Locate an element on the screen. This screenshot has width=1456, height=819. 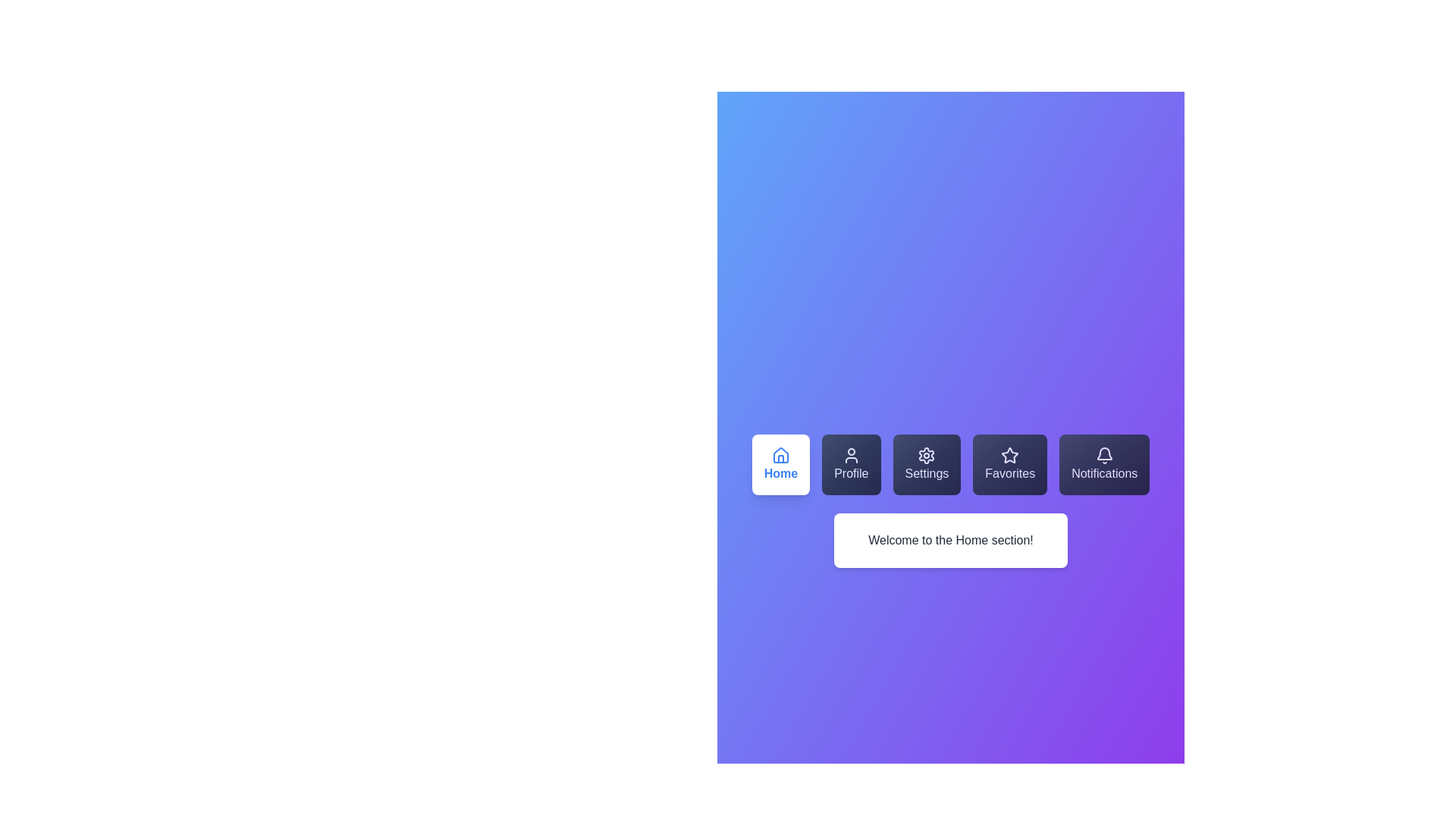
the 'Home' icon in the navigation bar located at the leftmost position of the horizontal navigation bar at the bottom of the interface is located at coordinates (780, 454).